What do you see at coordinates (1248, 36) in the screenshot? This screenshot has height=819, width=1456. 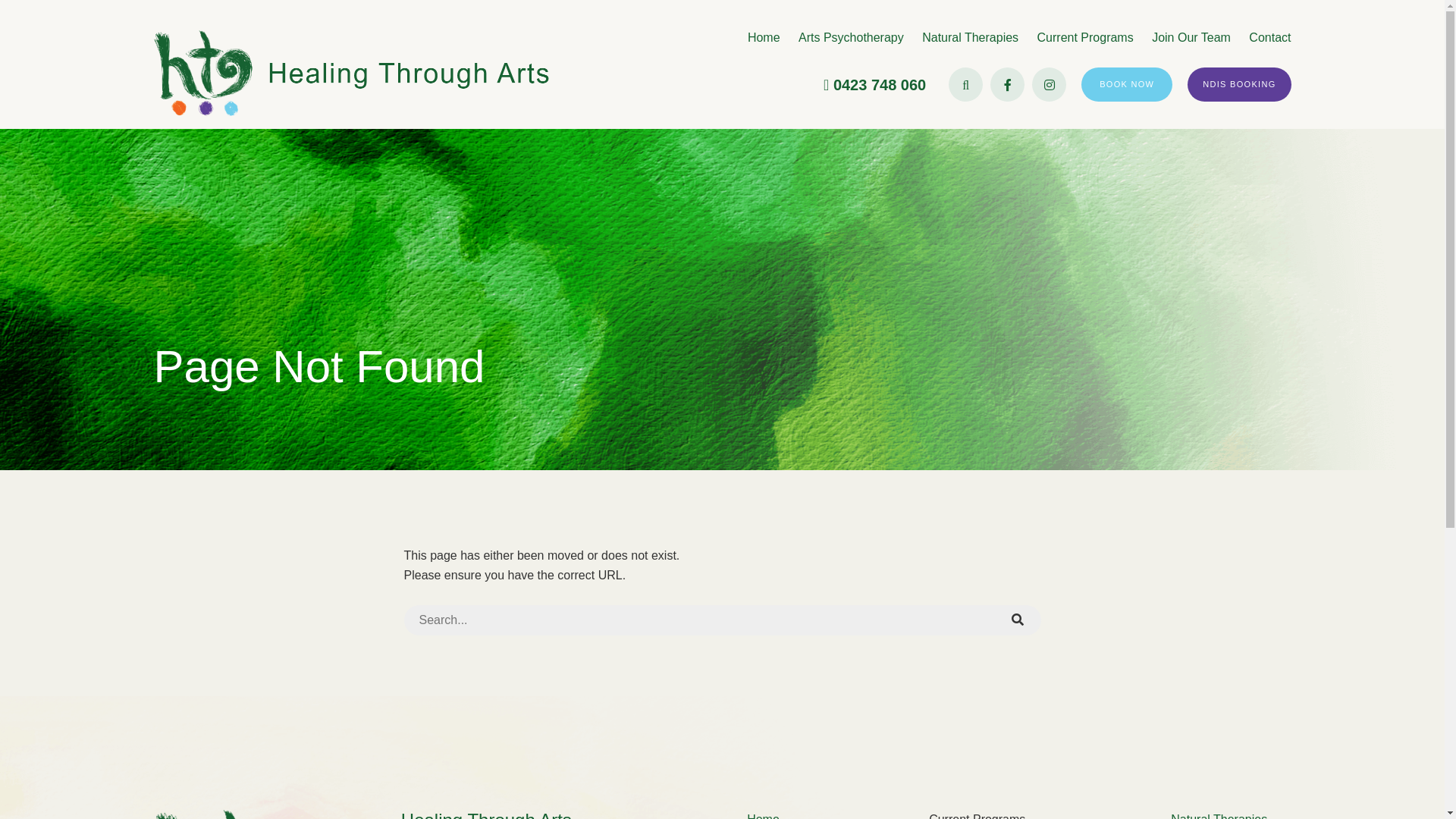 I see `'Contact'` at bounding box center [1248, 36].